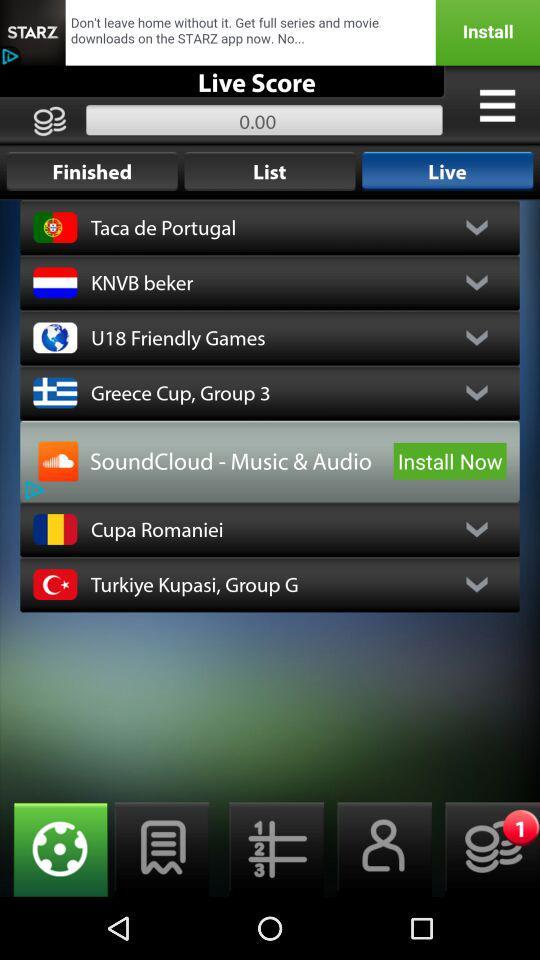  I want to click on more, so click(496, 105).